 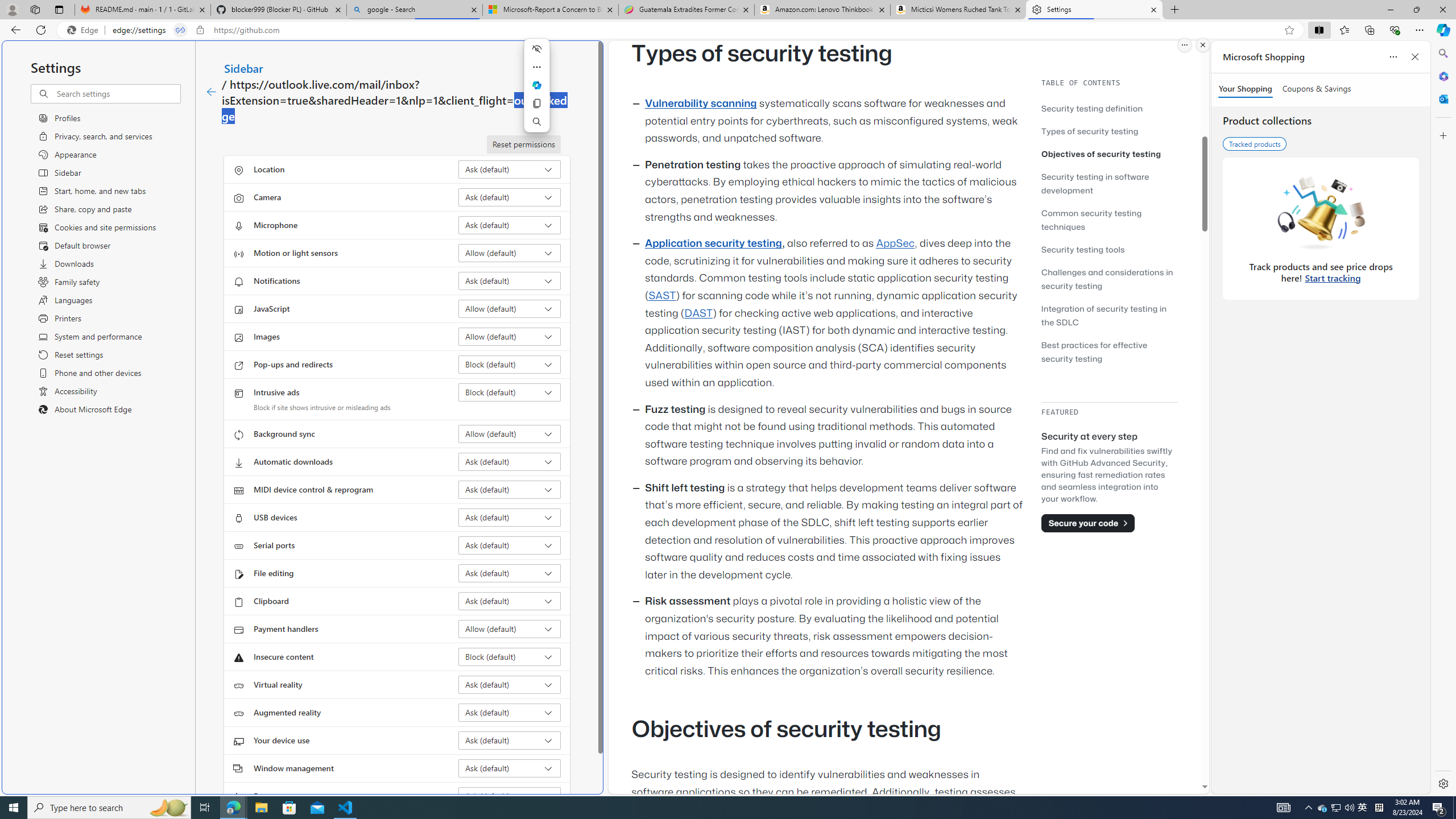 What do you see at coordinates (713, 243) in the screenshot?
I see `'Application security testing'` at bounding box center [713, 243].